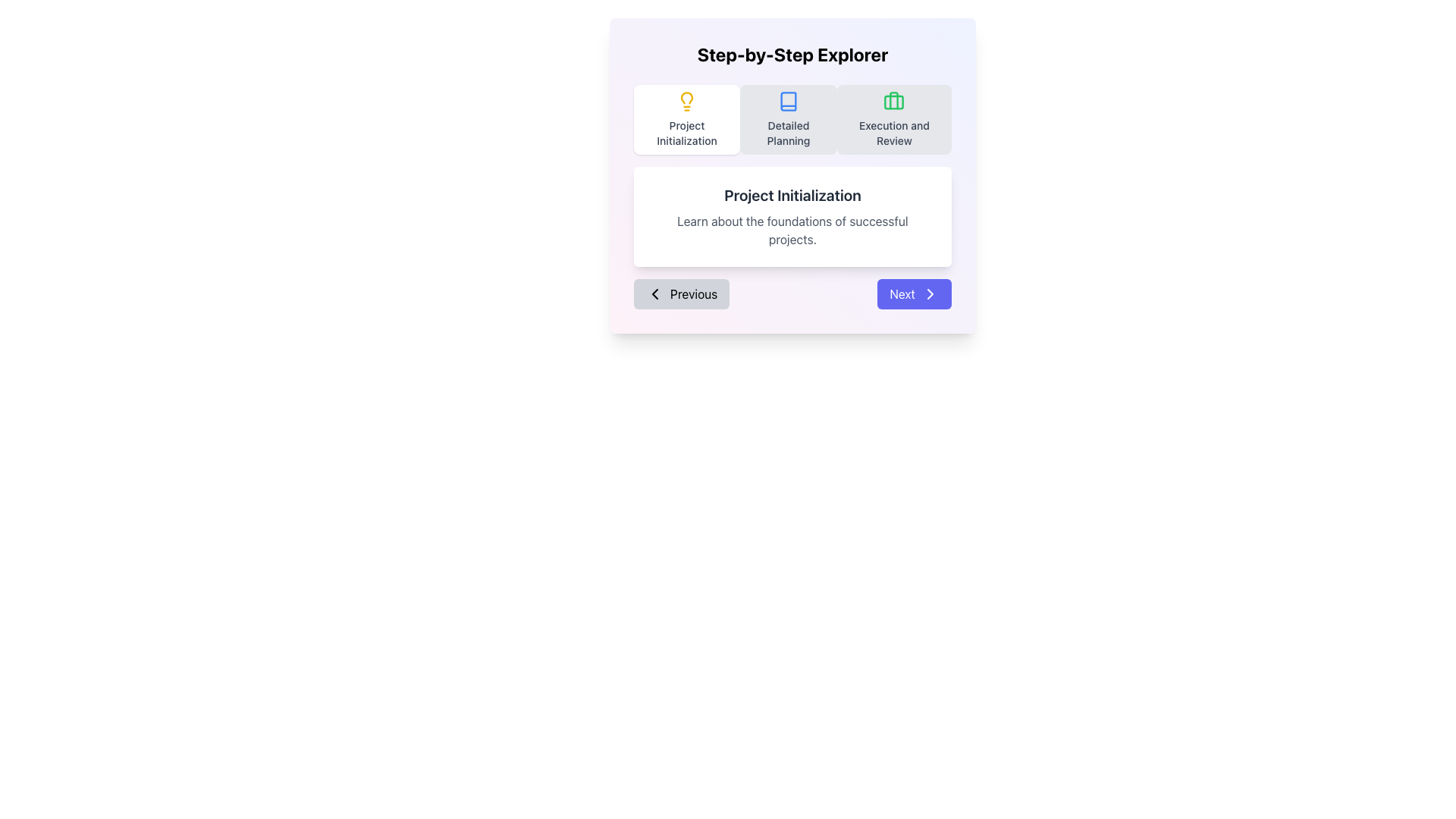 The height and width of the screenshot is (819, 1456). What do you see at coordinates (655, 294) in the screenshot?
I see `the 'Previous' button located at the bottom left side of the card interface, which contains the Chevron-left icon for navigation to the previous step or page` at bounding box center [655, 294].